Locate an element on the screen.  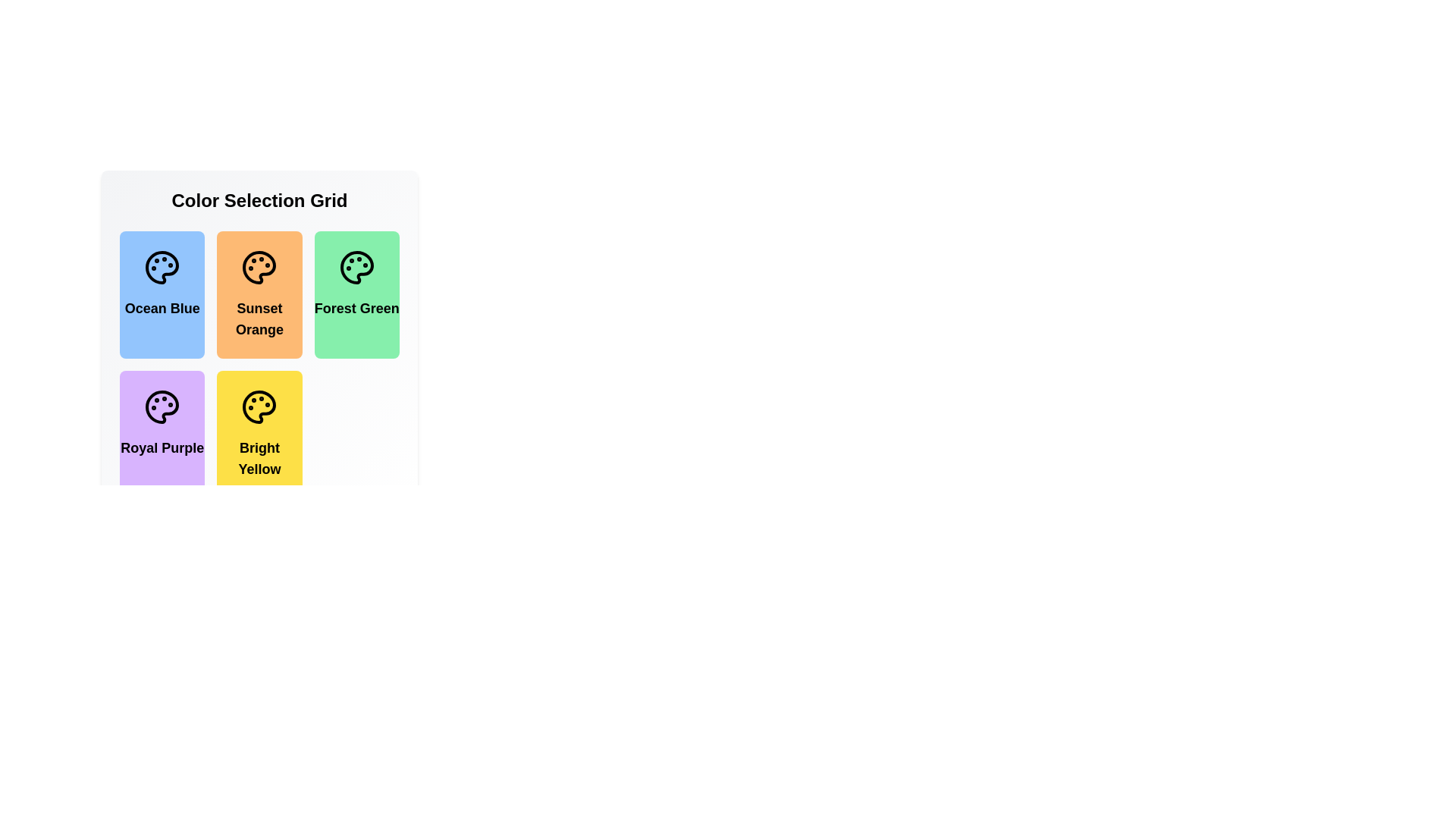
the color item Sunset Orange is located at coordinates (259, 295).